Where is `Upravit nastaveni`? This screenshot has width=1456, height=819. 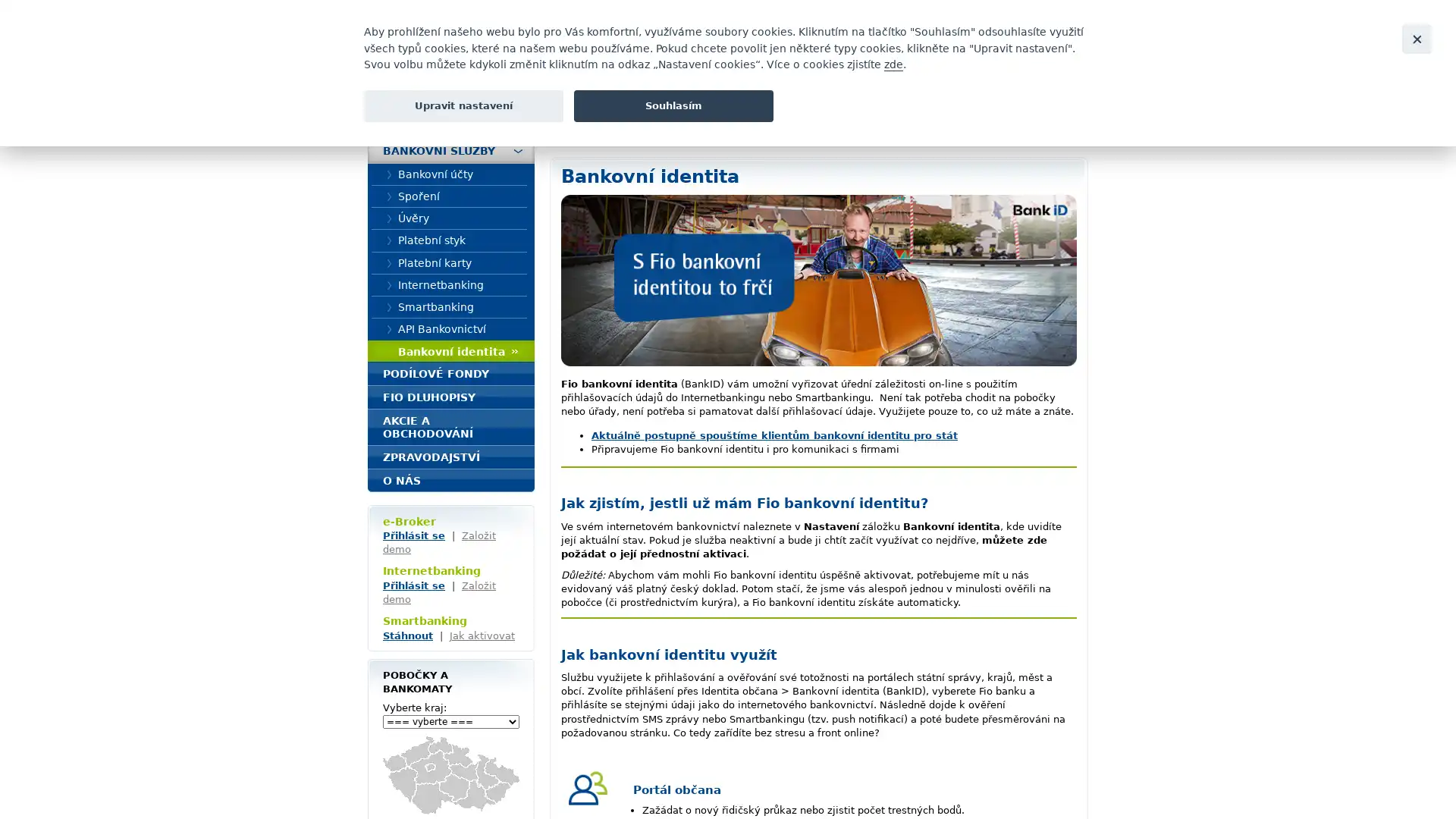
Upravit nastaveni is located at coordinates (463, 105).